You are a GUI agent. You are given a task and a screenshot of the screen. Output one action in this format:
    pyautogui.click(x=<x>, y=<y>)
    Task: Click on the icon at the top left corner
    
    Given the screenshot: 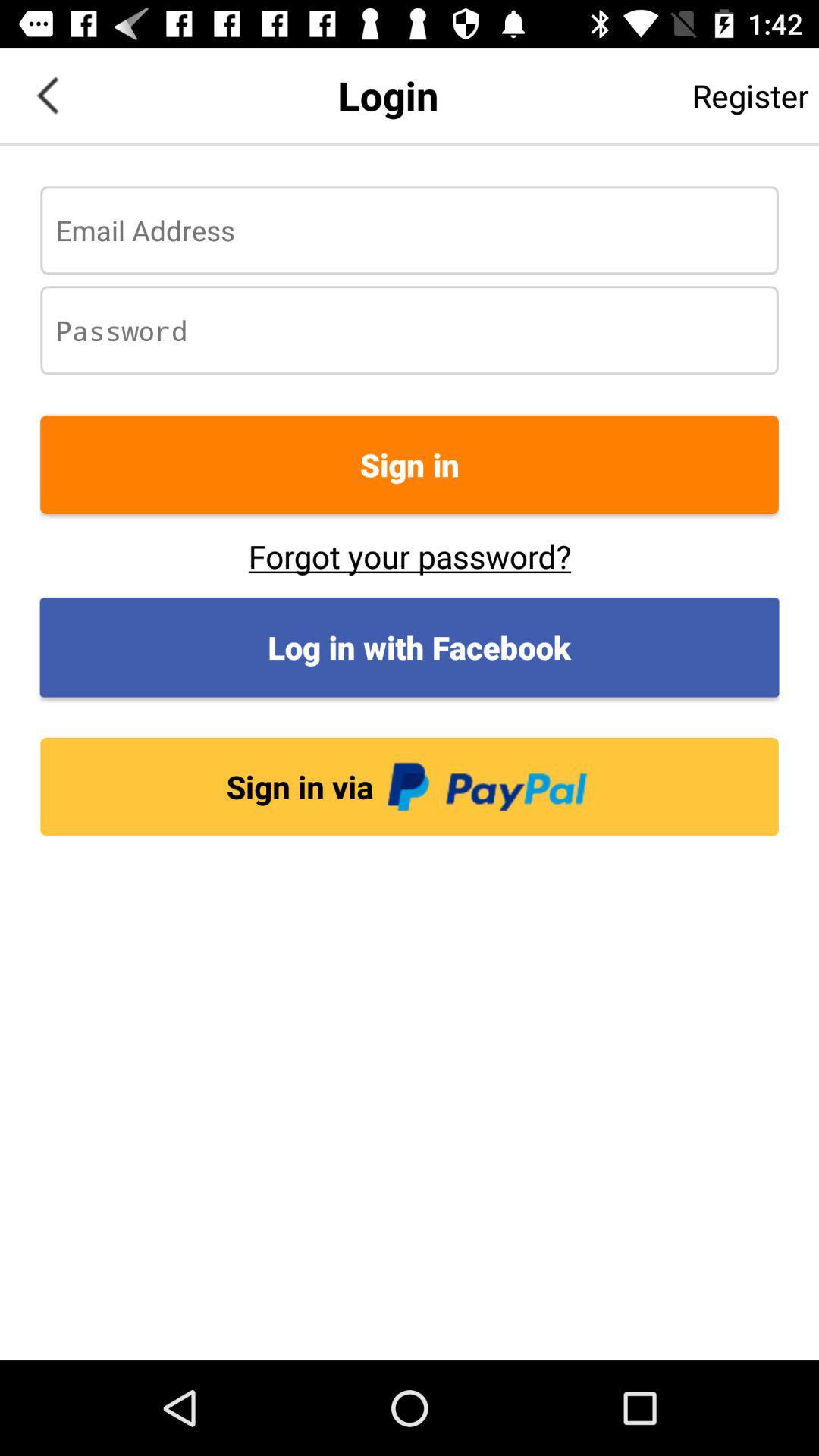 What is the action you would take?
    pyautogui.click(x=46, y=94)
    